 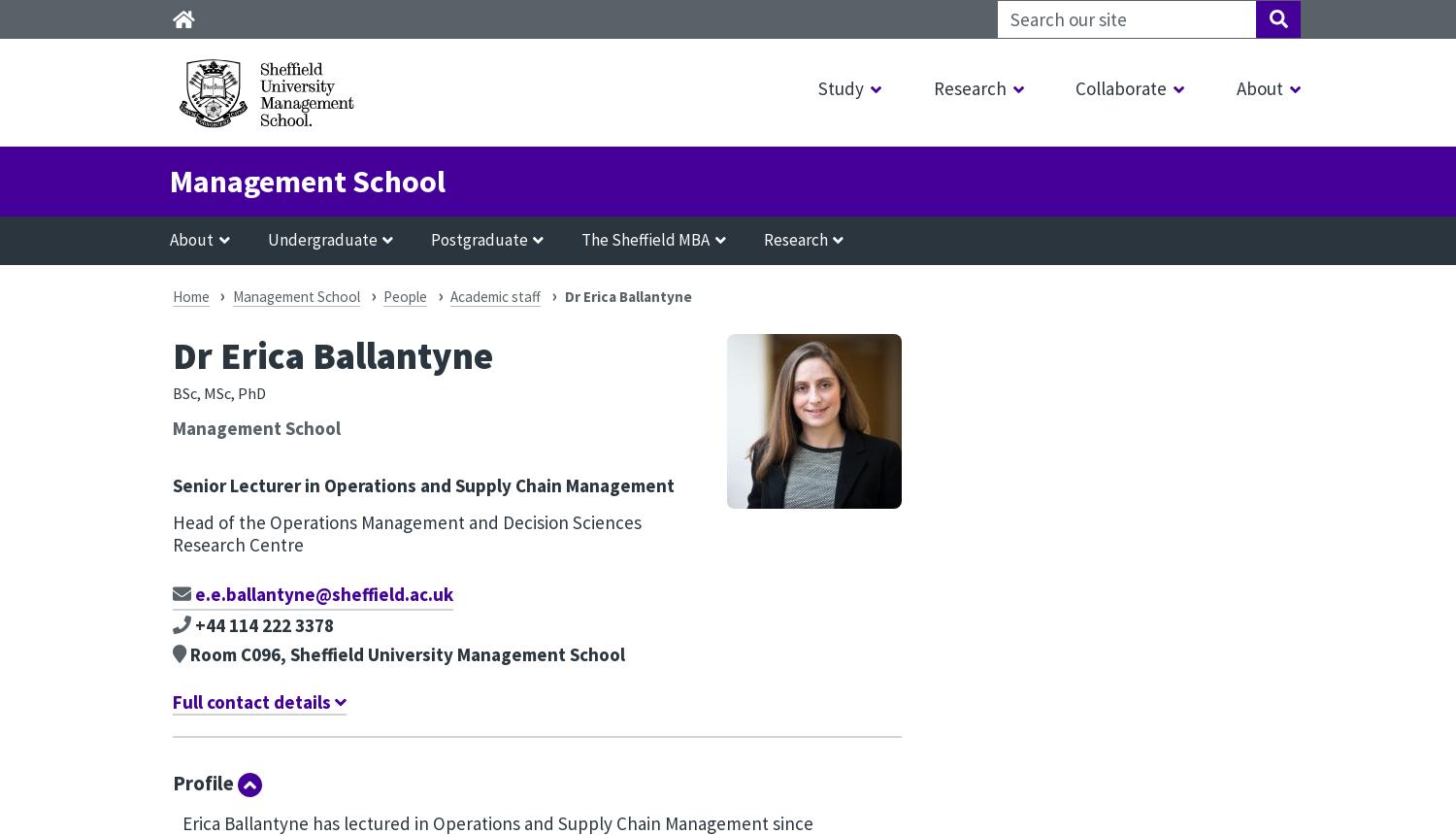 I want to click on 'Head of the Operations Management and Decision Sciences Research Centre', so click(x=406, y=532).